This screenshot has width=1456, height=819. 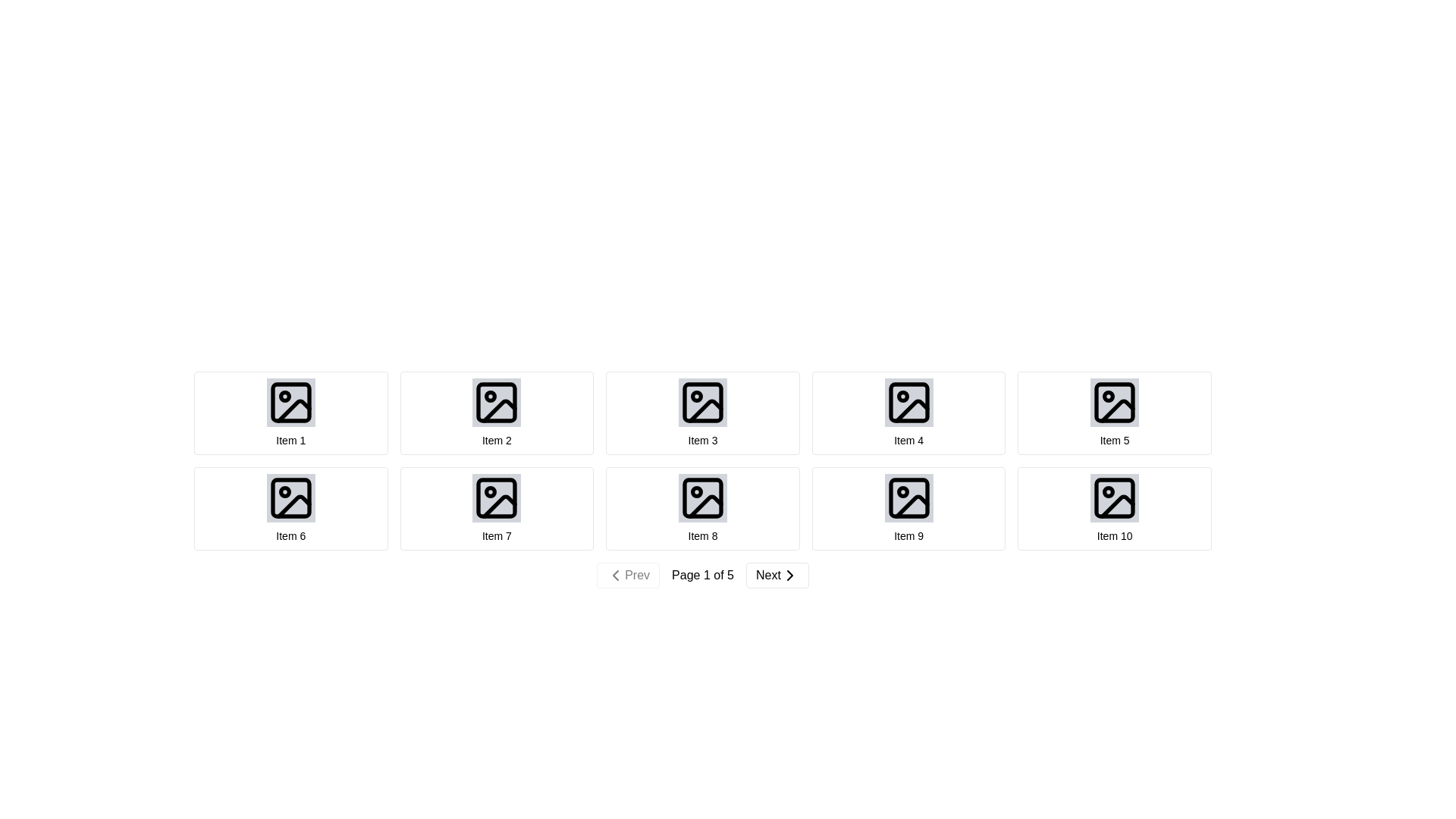 What do you see at coordinates (908, 402) in the screenshot?
I see `graphic icon with a square shape and rounded corners located in the fourth position of the top row in the grid layout, labeled 'Item 4'` at bounding box center [908, 402].